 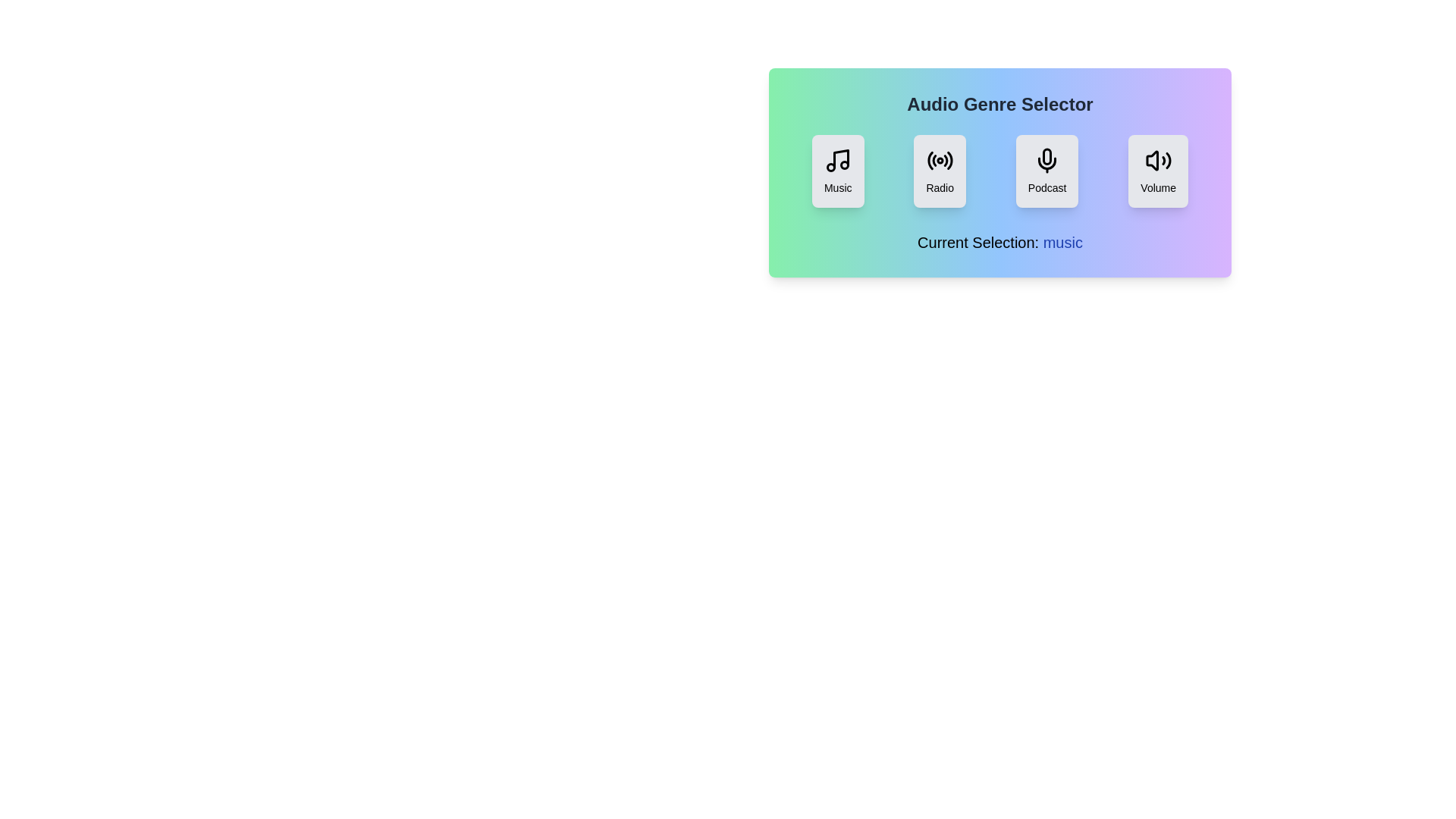 What do you see at coordinates (1046, 171) in the screenshot?
I see `the genre Podcast by clicking on its button` at bounding box center [1046, 171].